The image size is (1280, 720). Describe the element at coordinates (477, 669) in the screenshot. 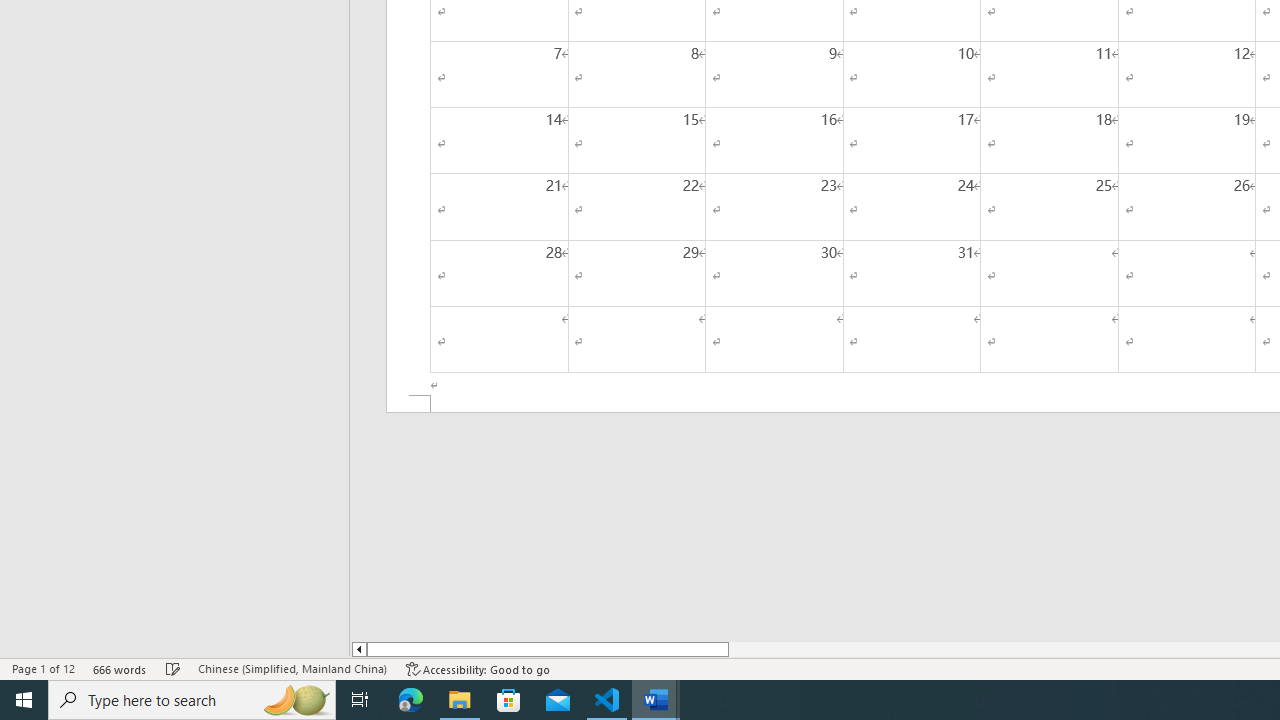

I see `'Accessibility Checker Accessibility: Good to go'` at that location.